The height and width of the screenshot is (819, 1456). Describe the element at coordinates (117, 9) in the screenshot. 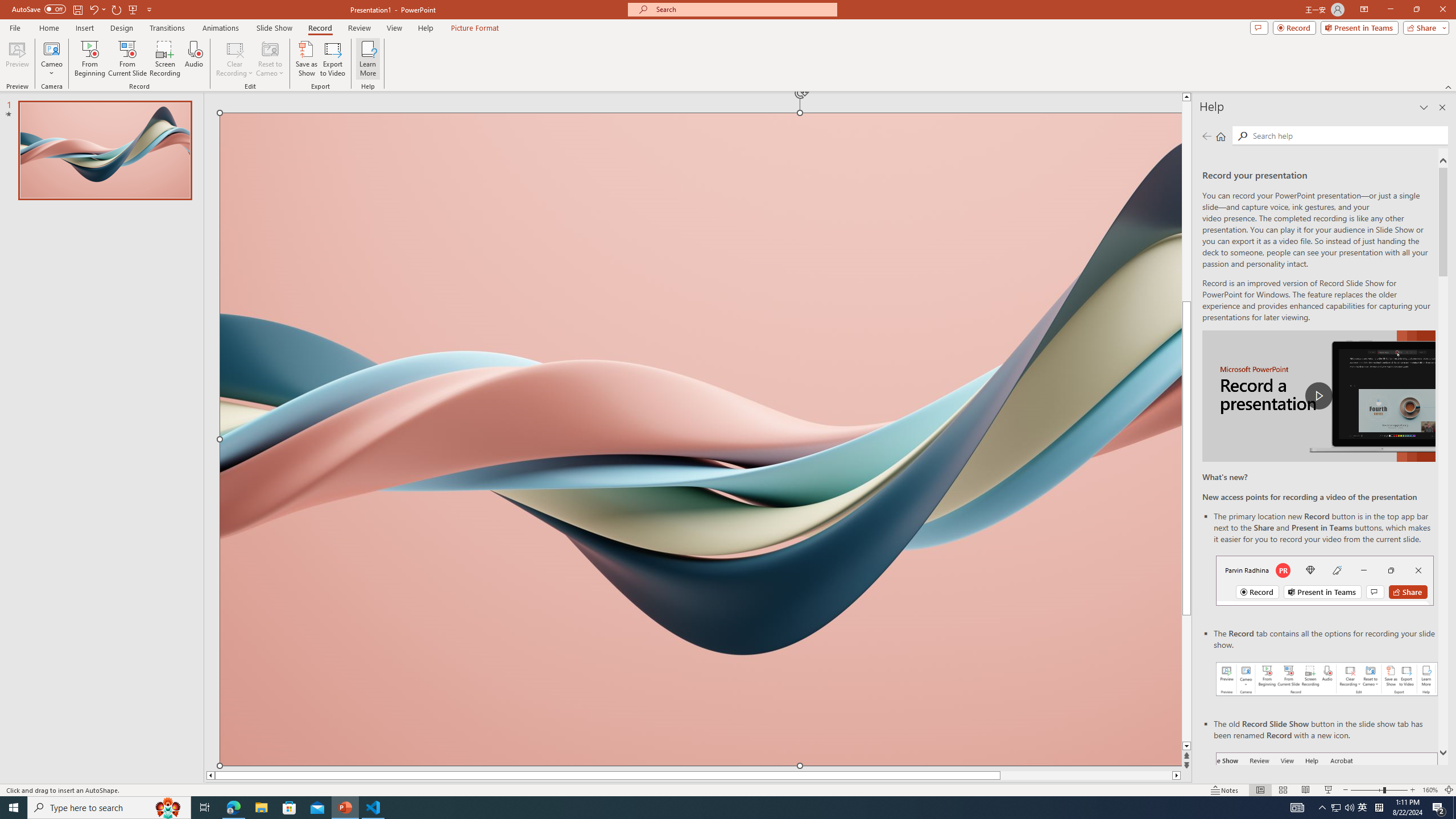

I see `'Redo'` at that location.